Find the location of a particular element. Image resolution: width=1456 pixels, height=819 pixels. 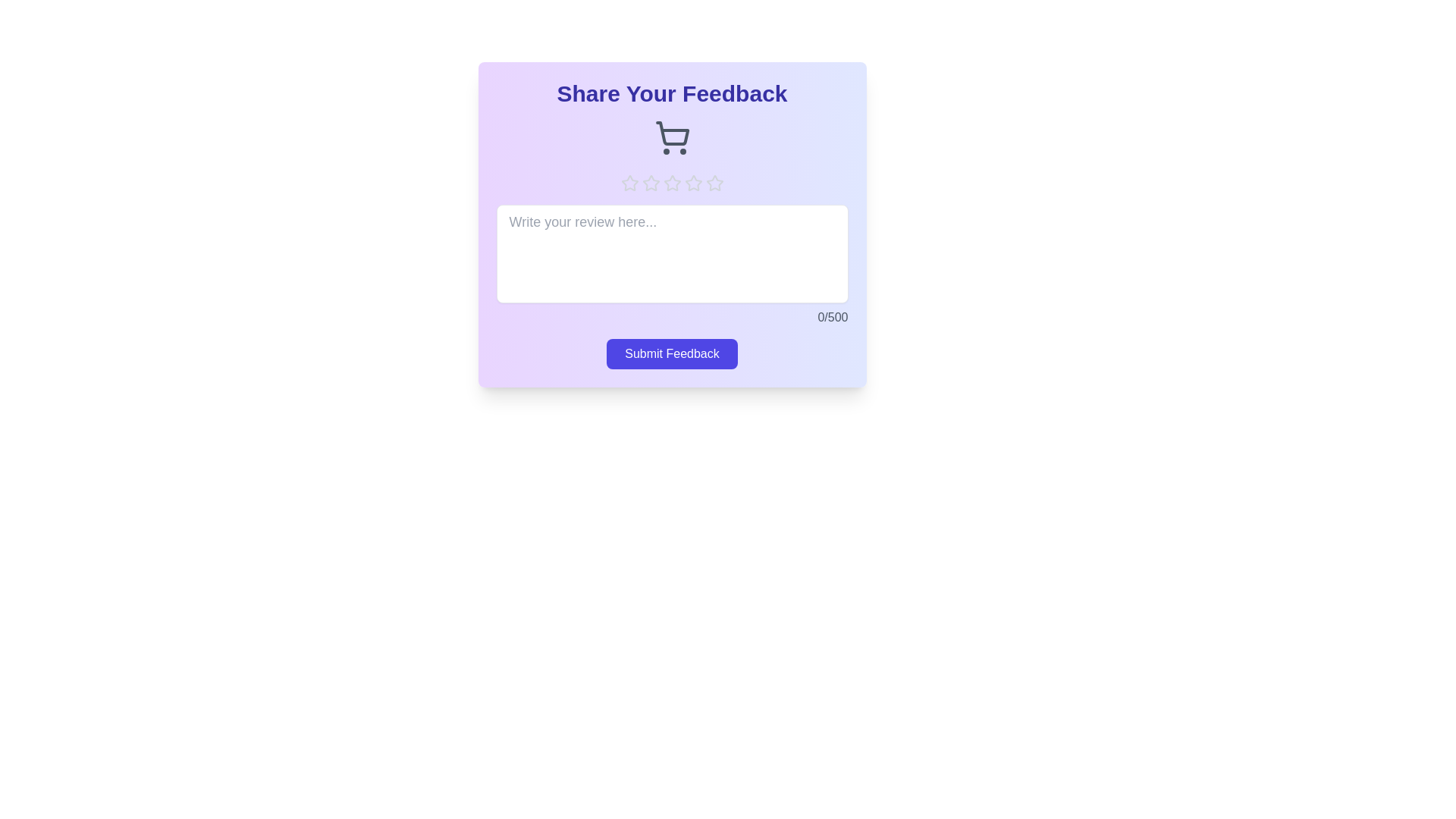

the star corresponding to the rating 3 is located at coordinates (671, 183).